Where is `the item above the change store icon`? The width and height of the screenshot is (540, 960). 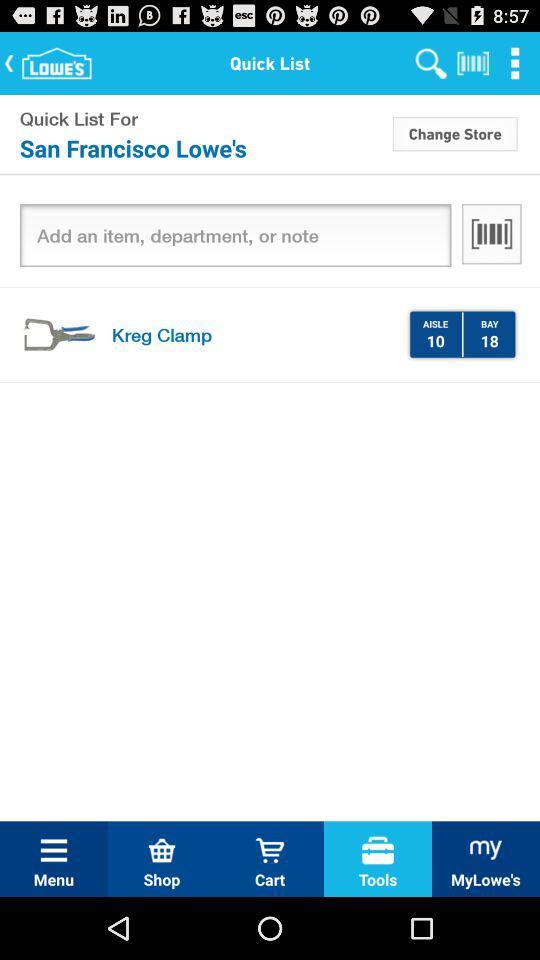
the item above the change store icon is located at coordinates (515, 62).